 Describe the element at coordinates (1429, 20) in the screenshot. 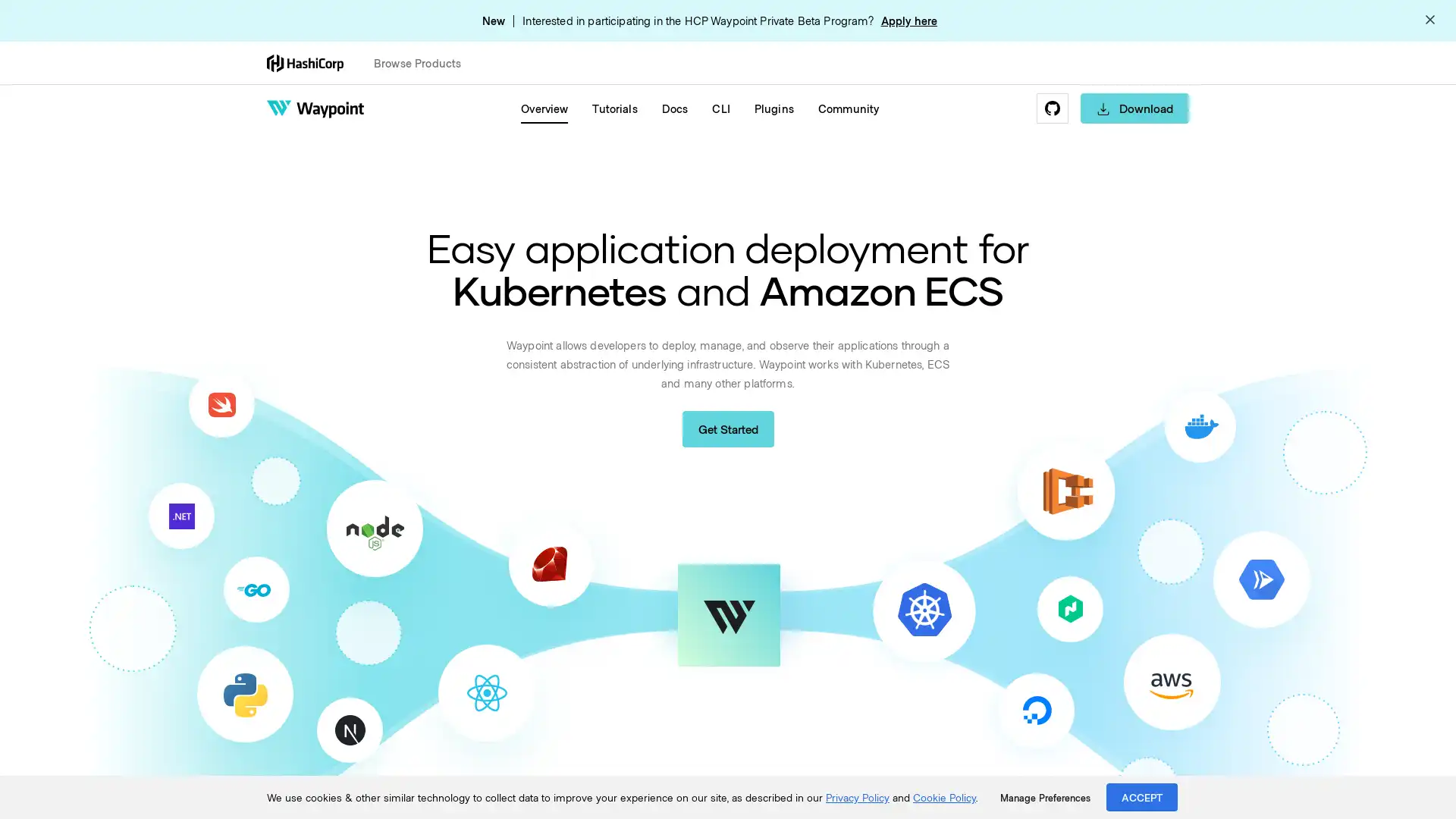

I see `Dismiss alert` at that location.